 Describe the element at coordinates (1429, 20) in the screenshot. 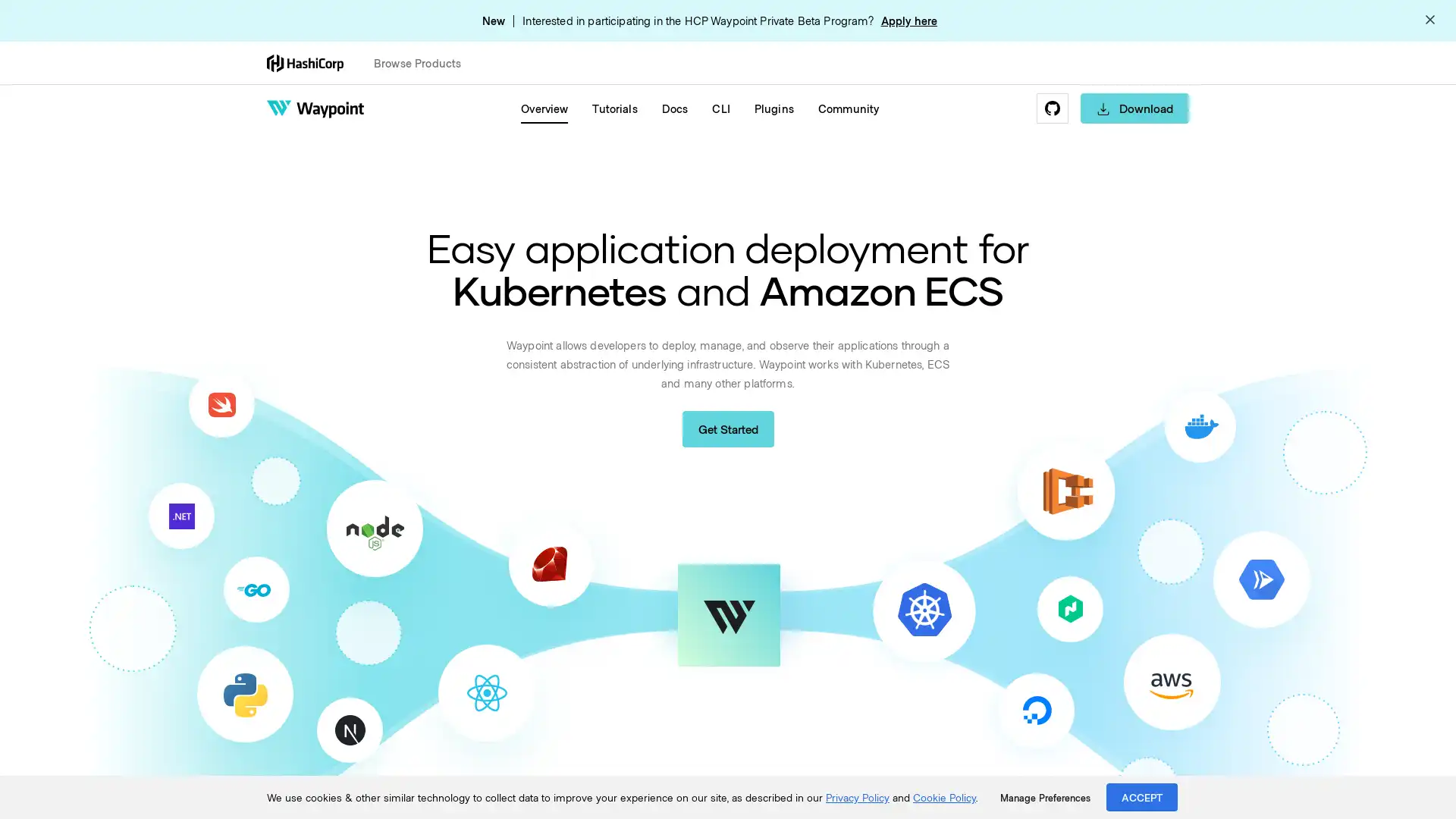

I see `Dismiss alert` at that location.